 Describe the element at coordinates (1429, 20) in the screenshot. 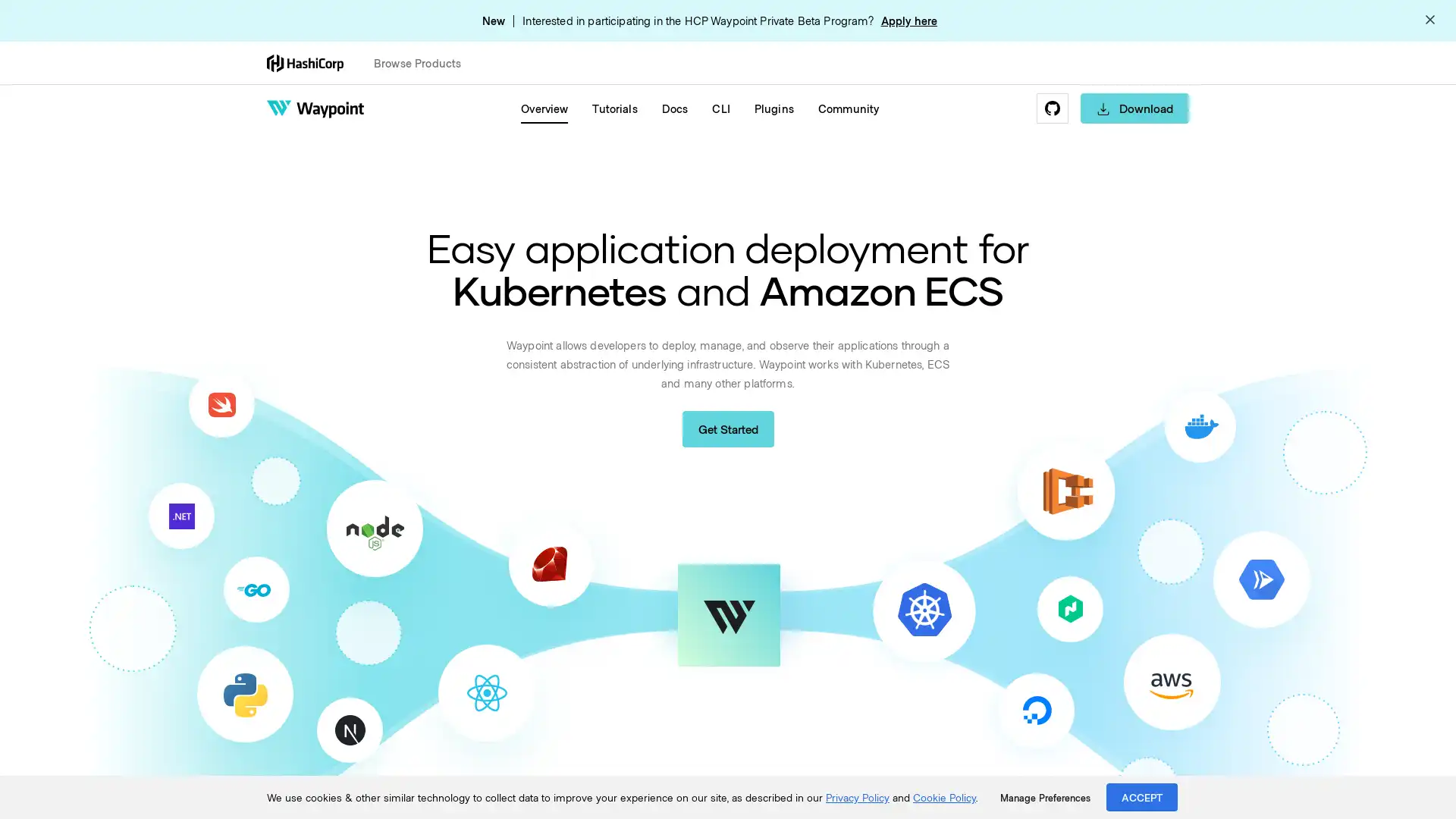

I see `Dismiss alert` at that location.